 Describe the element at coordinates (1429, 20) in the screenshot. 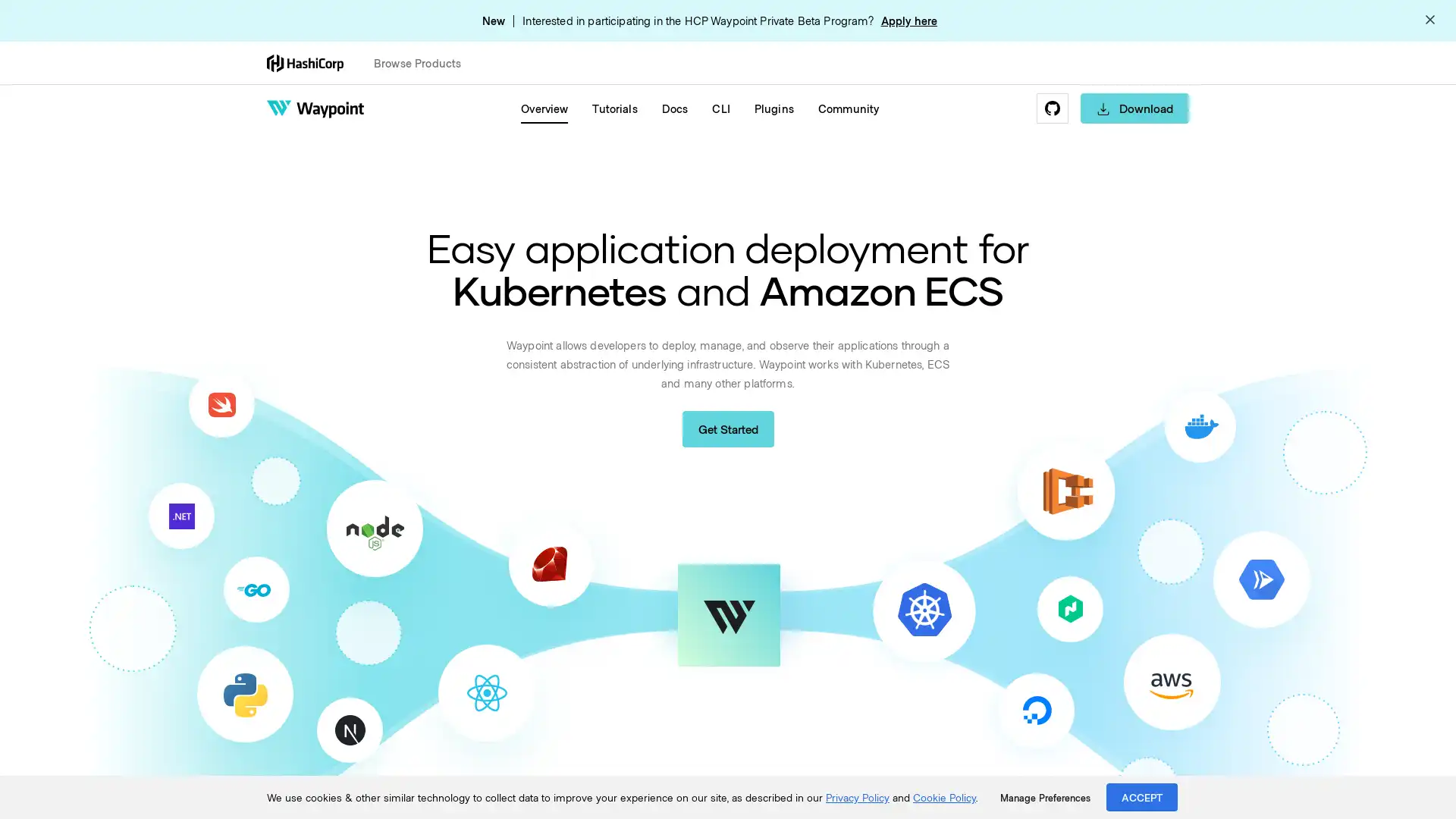

I see `Dismiss alert` at that location.